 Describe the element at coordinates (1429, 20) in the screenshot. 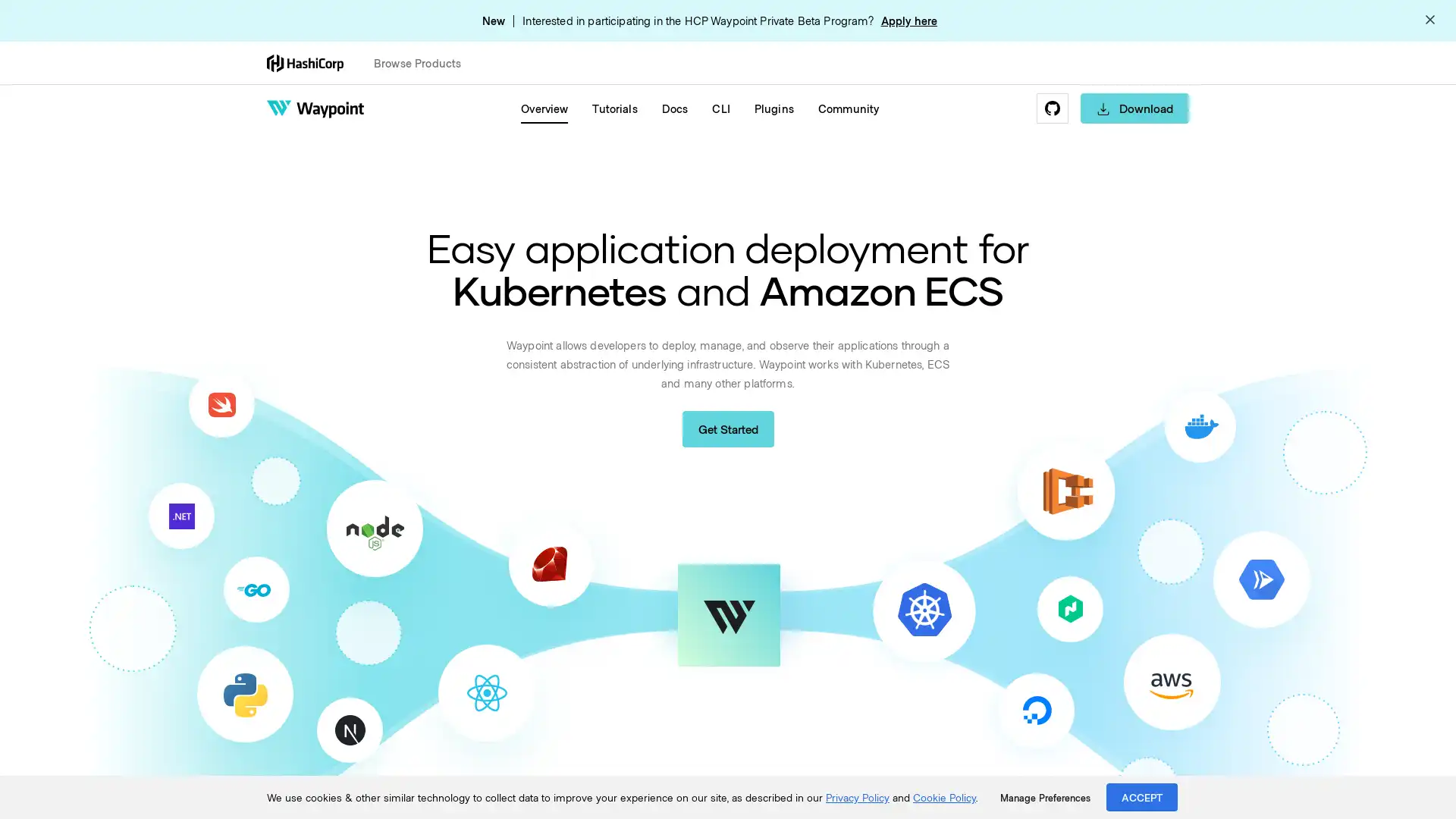

I see `Dismiss alert` at that location.